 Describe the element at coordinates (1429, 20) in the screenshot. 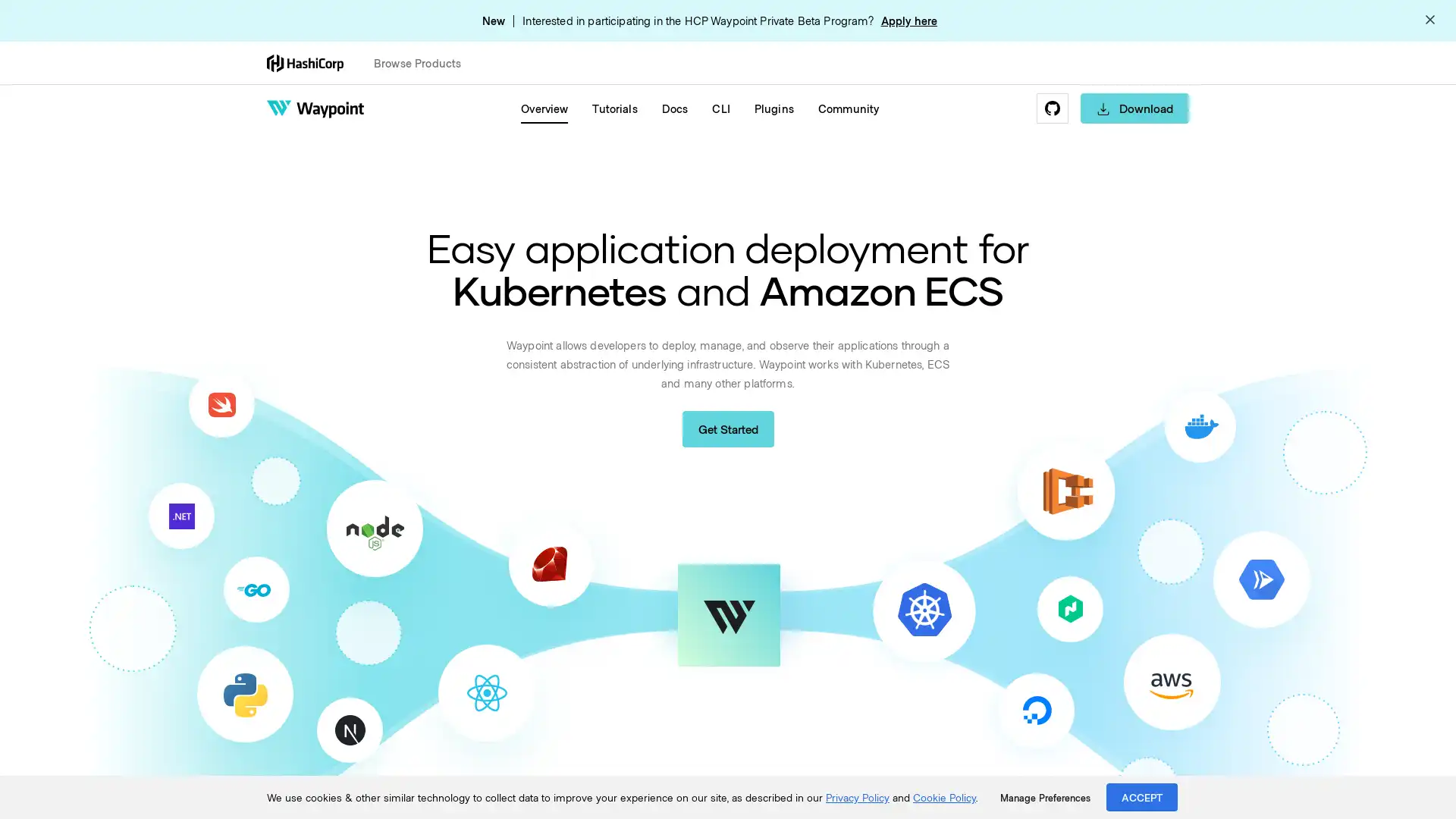

I see `Dismiss alert` at that location.